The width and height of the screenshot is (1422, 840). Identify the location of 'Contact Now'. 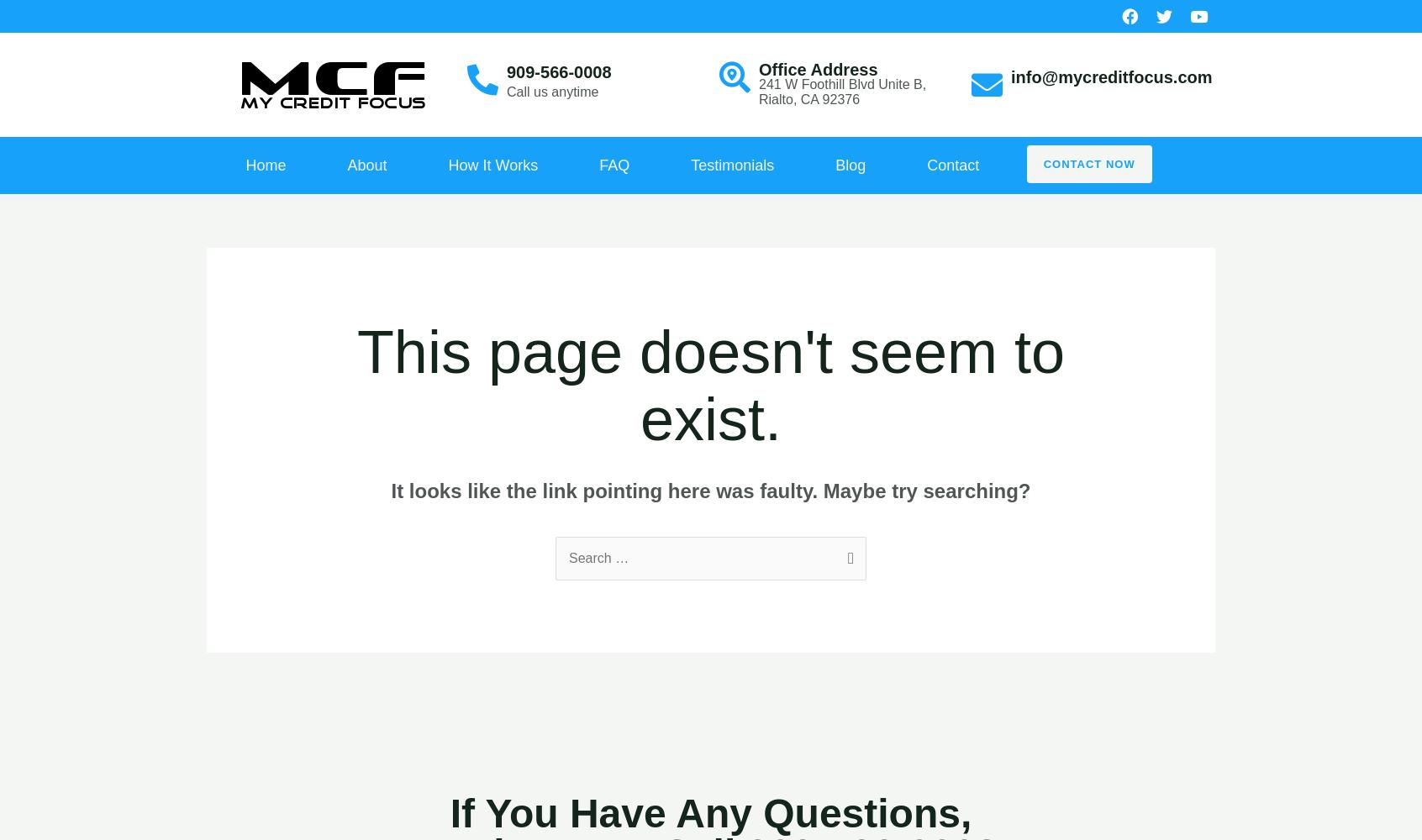
(1088, 163).